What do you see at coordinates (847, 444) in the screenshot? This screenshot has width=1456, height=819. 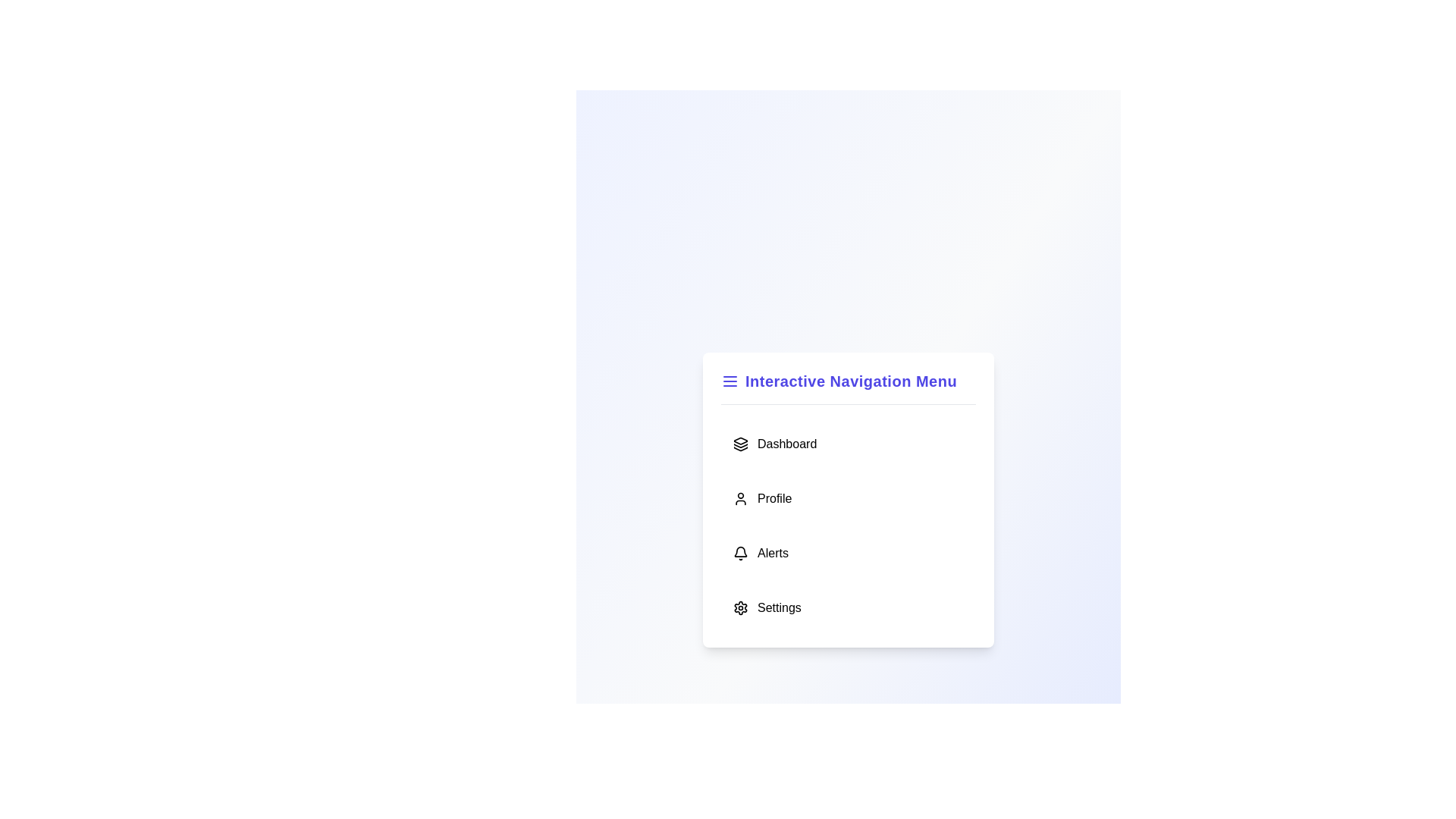 I see `the menu item Dashboard by clicking on it` at bounding box center [847, 444].